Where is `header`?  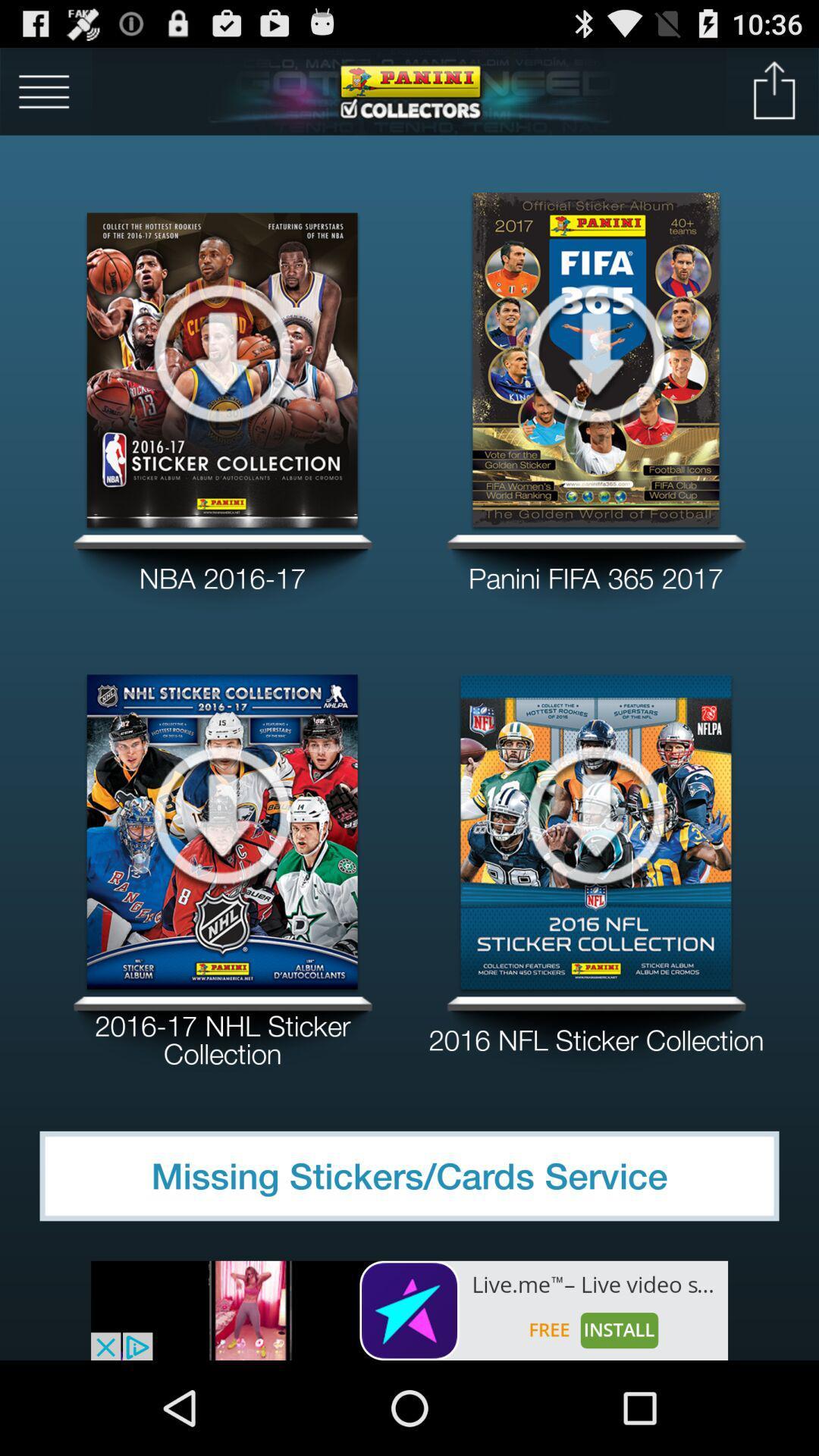
header is located at coordinates (409, 90).